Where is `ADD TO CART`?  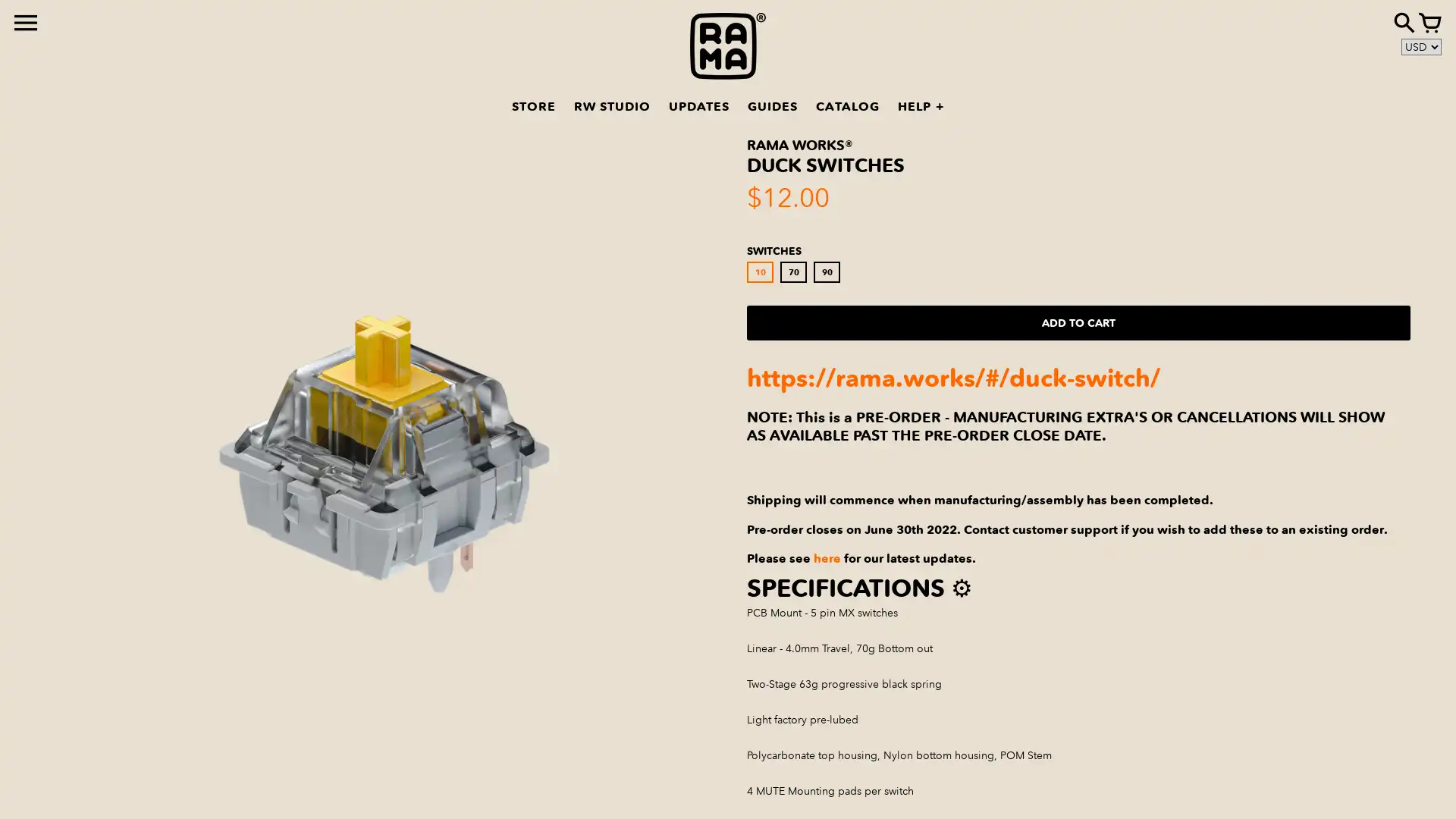
ADD TO CART is located at coordinates (1078, 322).